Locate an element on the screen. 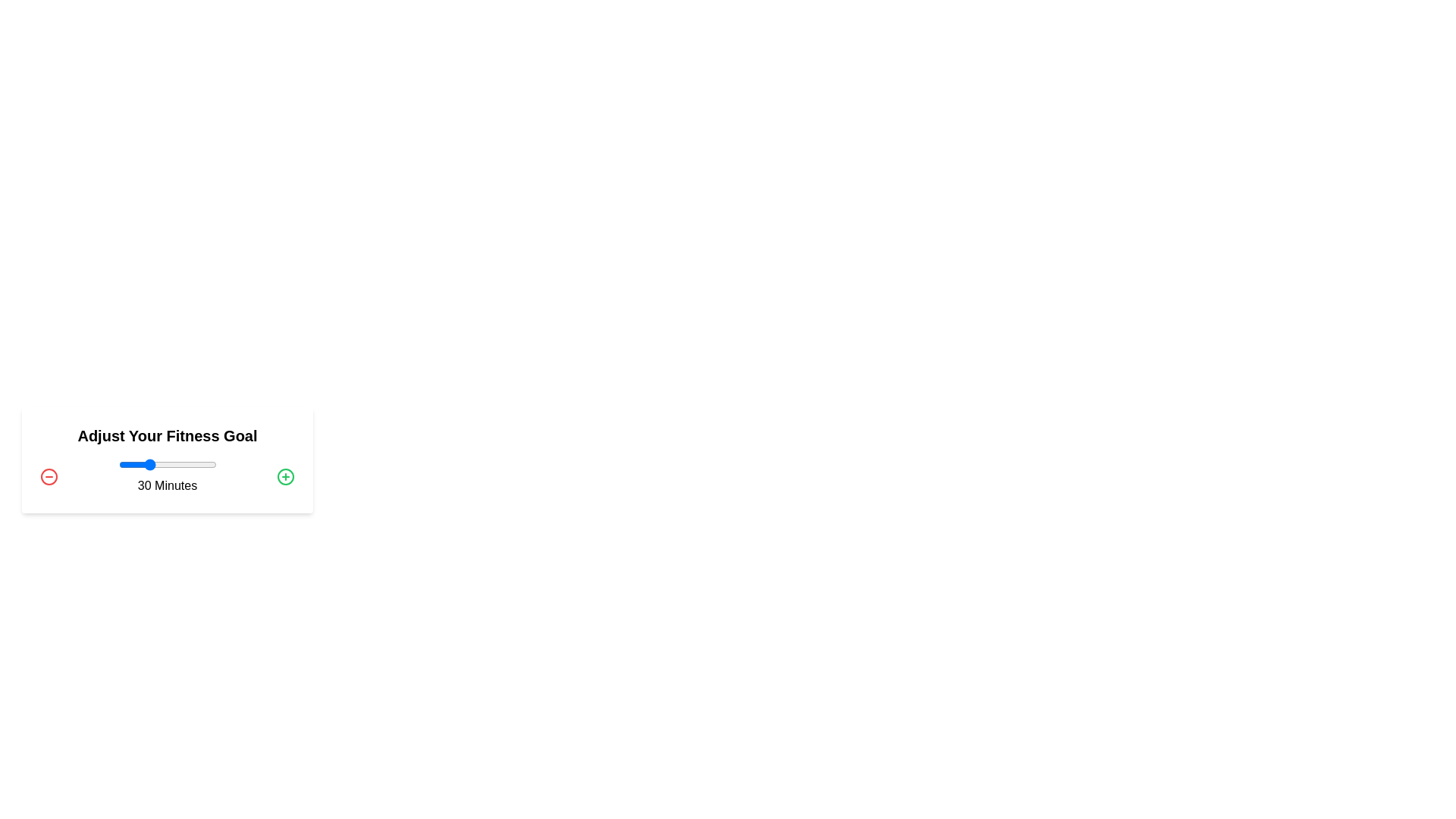 This screenshot has height=819, width=1456. the blue slider thumb of the slider control labeled '30 Minutes' to move it is located at coordinates (167, 475).